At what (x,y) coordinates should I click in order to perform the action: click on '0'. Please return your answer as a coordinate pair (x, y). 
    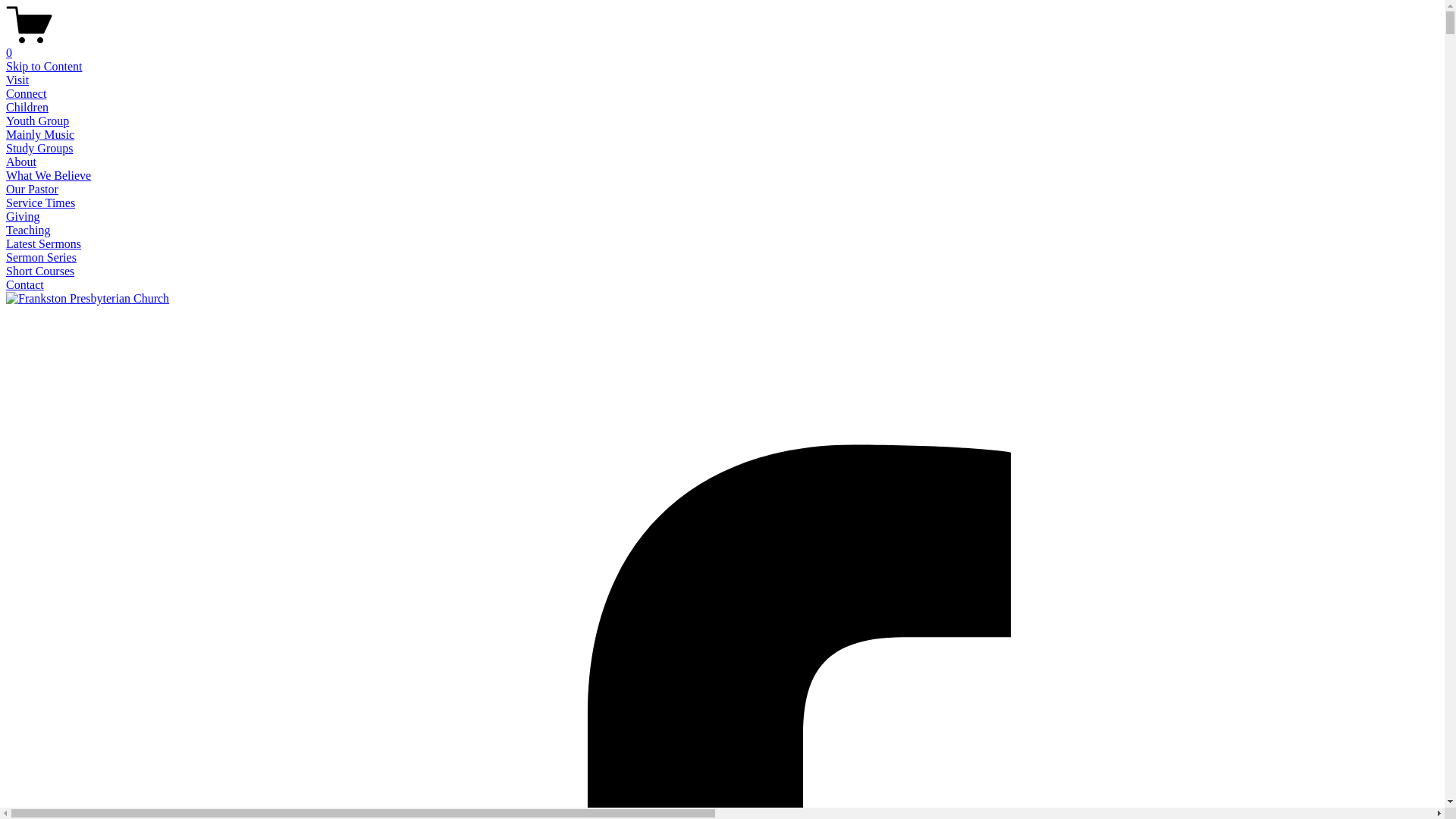
    Looking at the image, I should click on (721, 45).